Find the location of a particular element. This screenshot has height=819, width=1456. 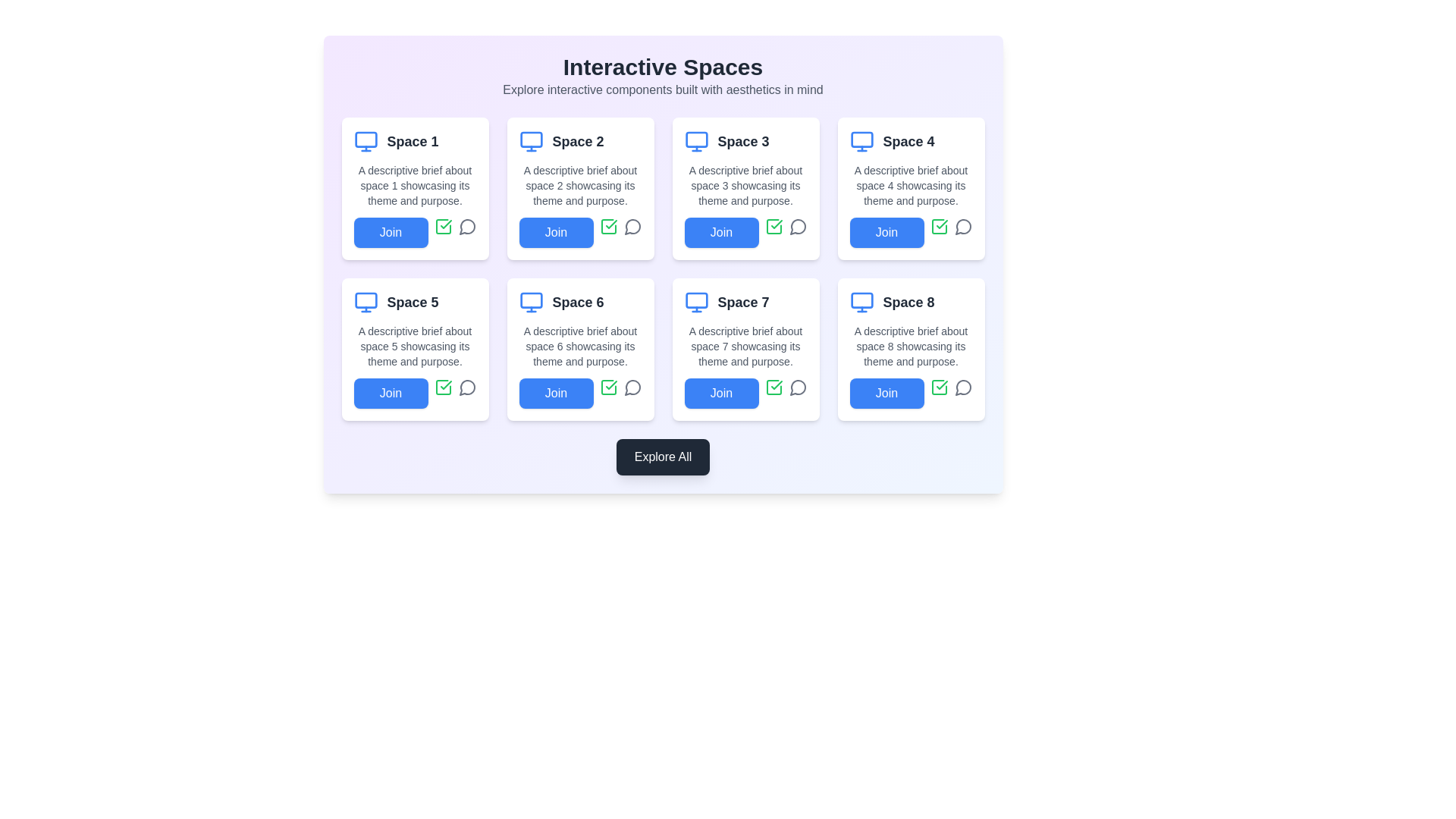

the text label reading 'Space 3' which is styled in bold dark gray and located under the 'Interactive Spaces' section in the third card of the grid layout is located at coordinates (743, 141).